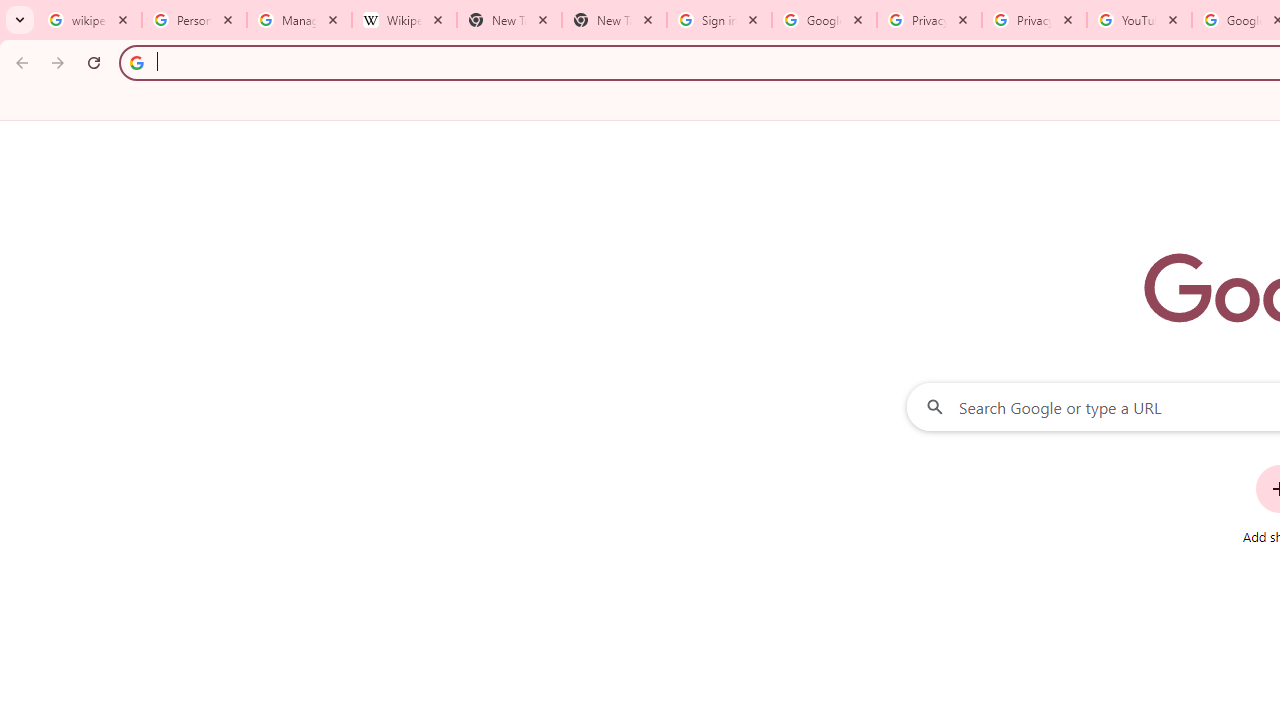 The height and width of the screenshot is (720, 1280). Describe the element at coordinates (194, 20) in the screenshot. I see `'Personalization & Google Search results - Google Search Help'` at that location.